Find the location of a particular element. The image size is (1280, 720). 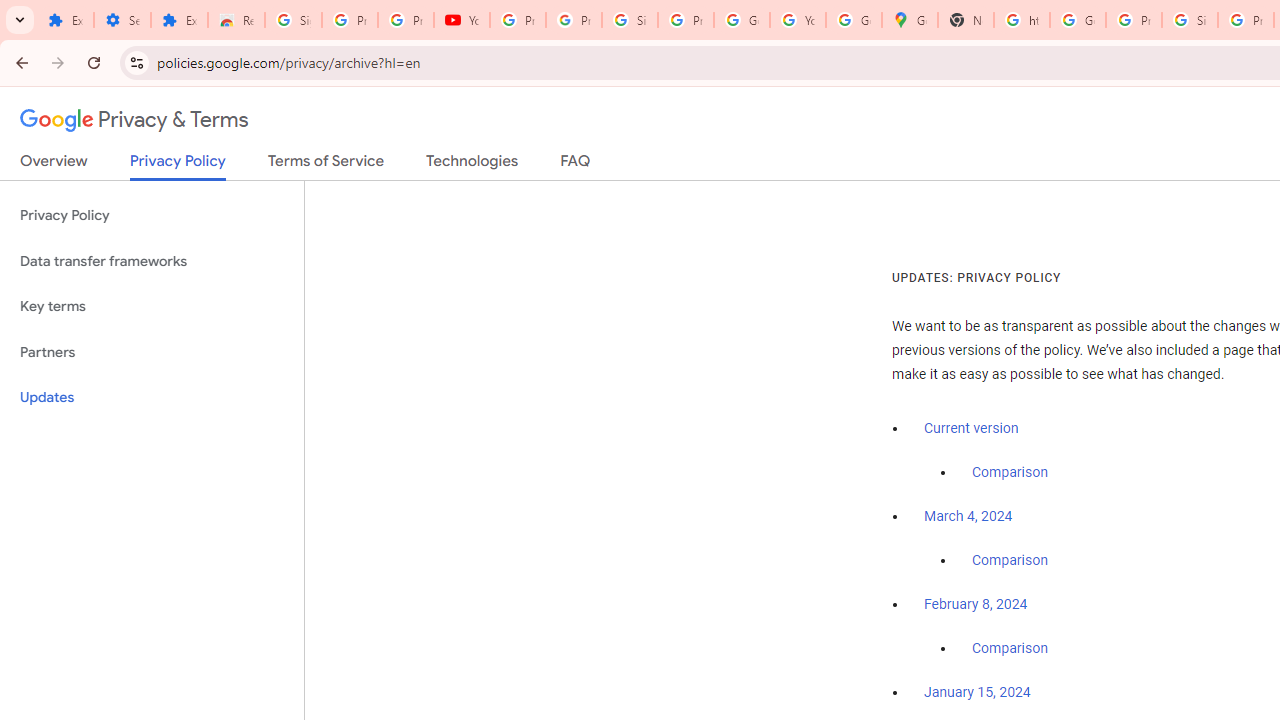

'YouTube' is located at coordinates (461, 20).